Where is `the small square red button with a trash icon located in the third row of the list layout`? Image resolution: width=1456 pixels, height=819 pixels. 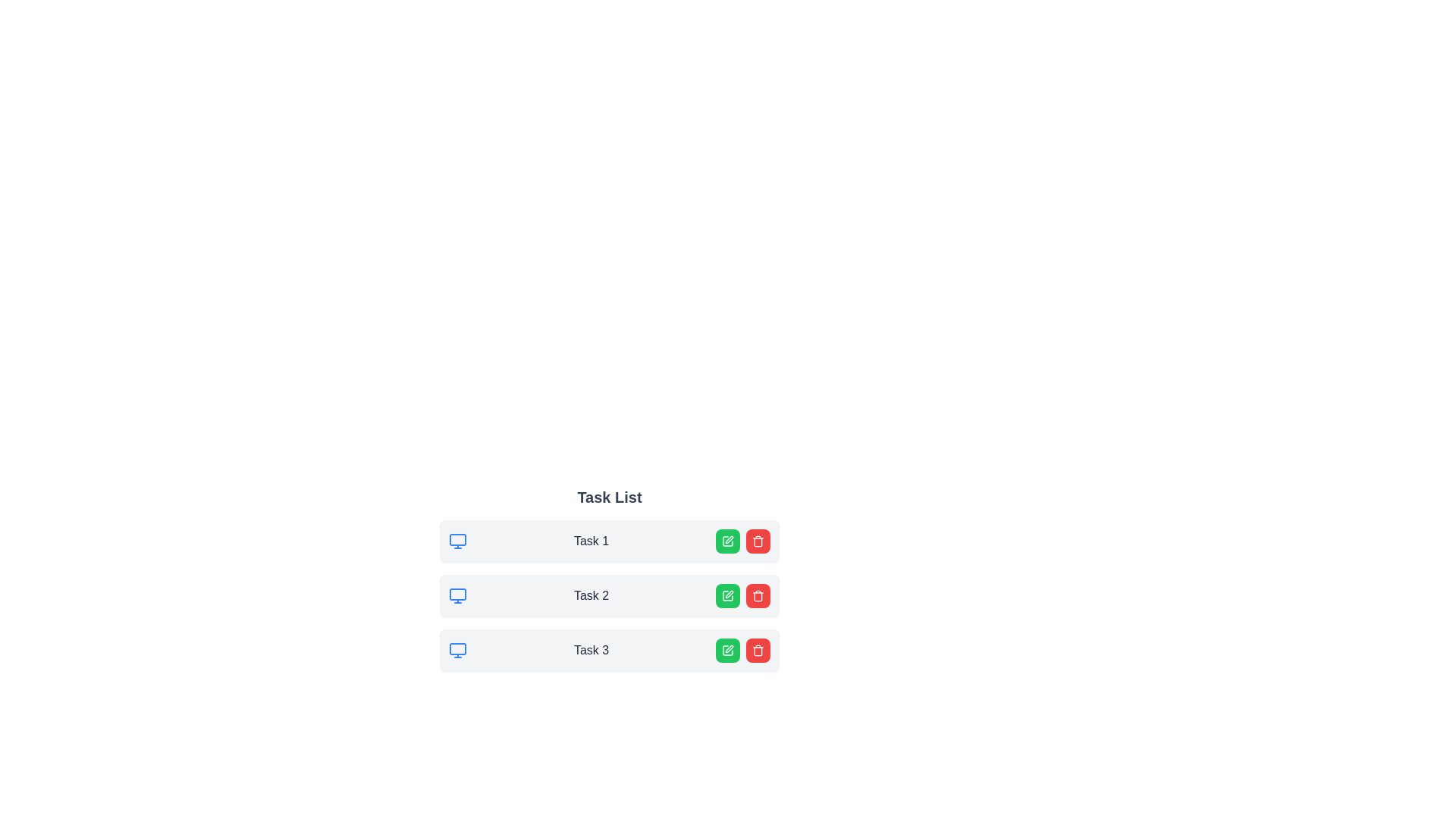 the small square red button with a trash icon located in the third row of the list layout is located at coordinates (758, 649).